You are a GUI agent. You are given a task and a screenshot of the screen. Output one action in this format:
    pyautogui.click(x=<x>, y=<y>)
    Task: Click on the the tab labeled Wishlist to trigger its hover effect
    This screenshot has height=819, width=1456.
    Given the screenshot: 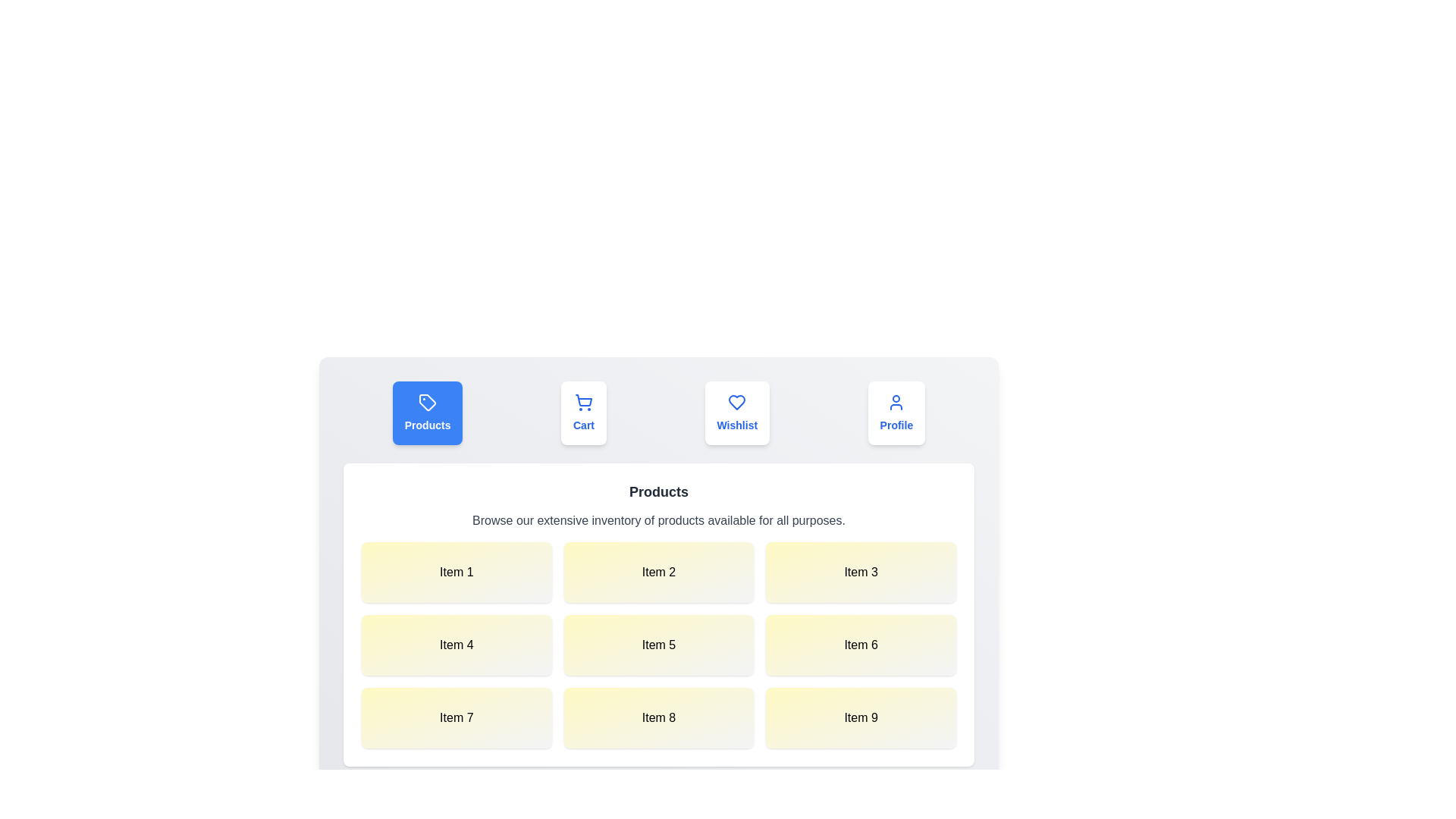 What is the action you would take?
    pyautogui.click(x=737, y=413)
    